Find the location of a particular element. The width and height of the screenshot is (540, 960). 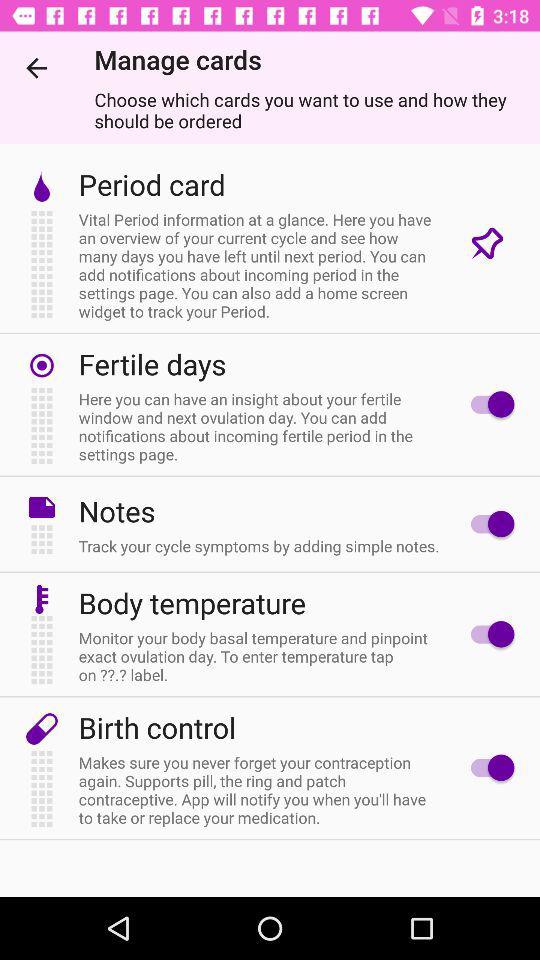

the item to the left of the manage cards item is located at coordinates (36, 68).